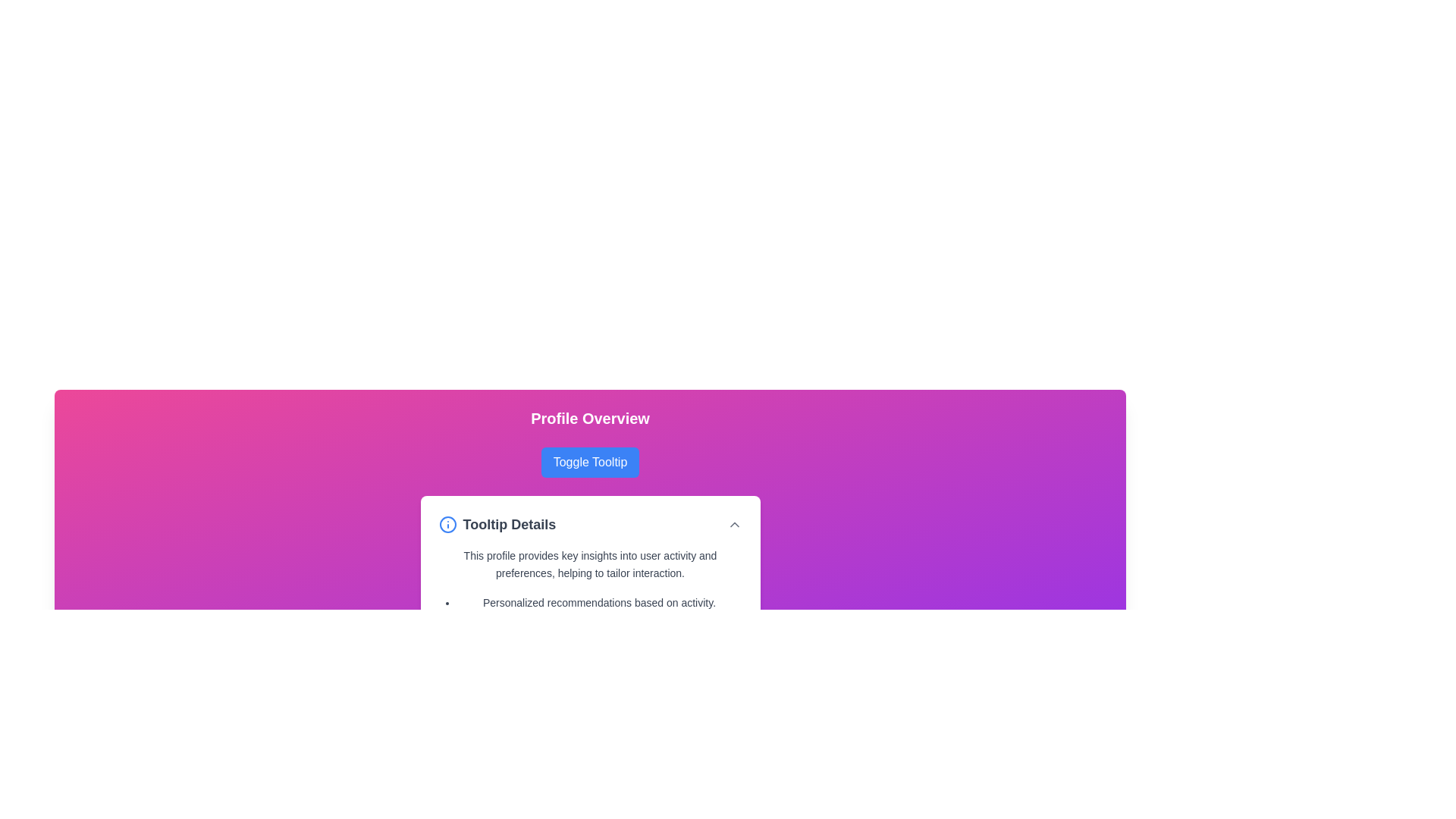 The width and height of the screenshot is (1456, 819). I want to click on the Circular SVG element that represents an information icon next to the 'Tooltip Details' header within the tooltip section of a white card, so click(447, 523).